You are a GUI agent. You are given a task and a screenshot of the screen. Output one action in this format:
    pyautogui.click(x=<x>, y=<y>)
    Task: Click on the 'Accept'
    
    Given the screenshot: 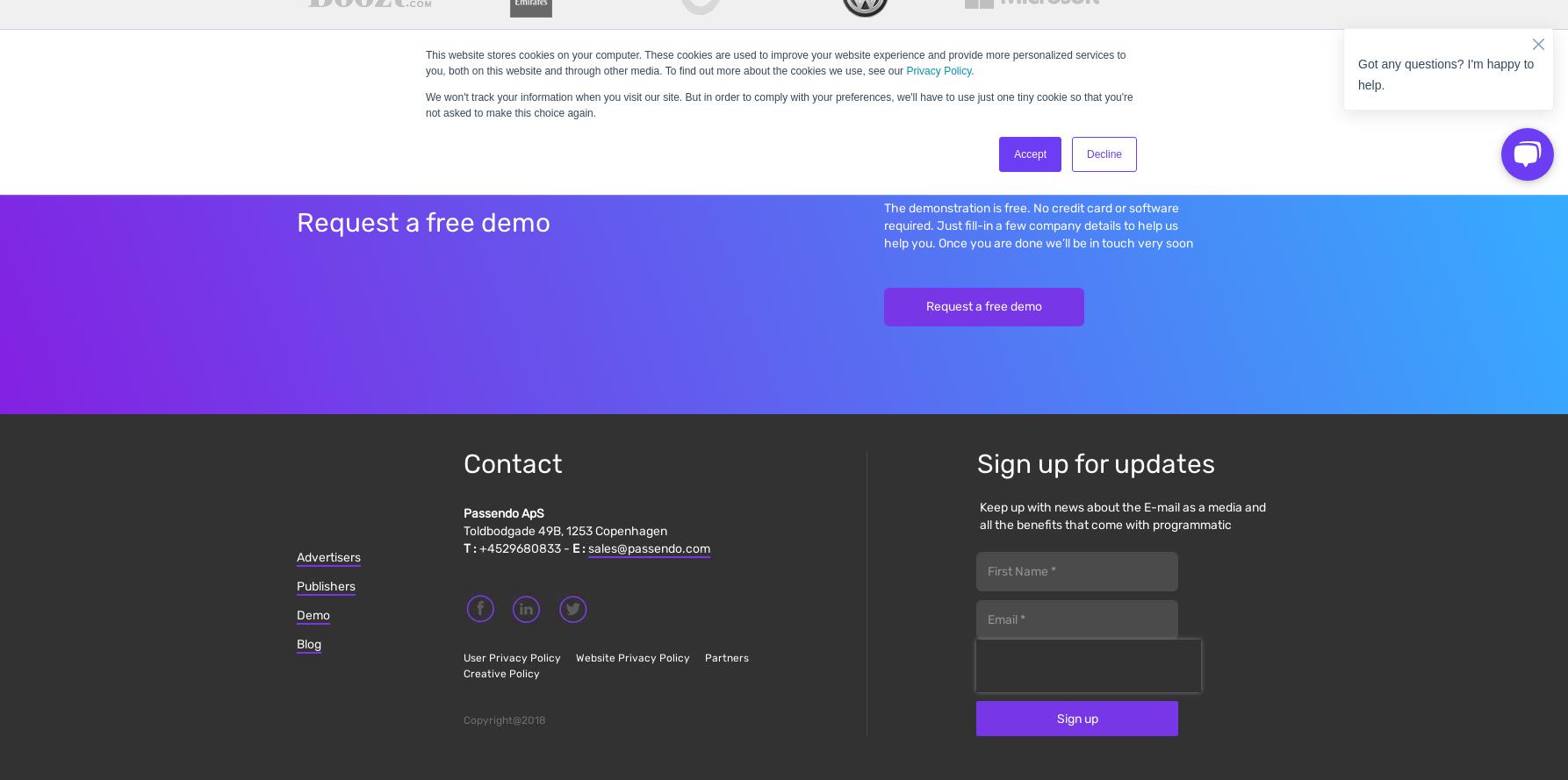 What is the action you would take?
    pyautogui.click(x=1013, y=154)
    